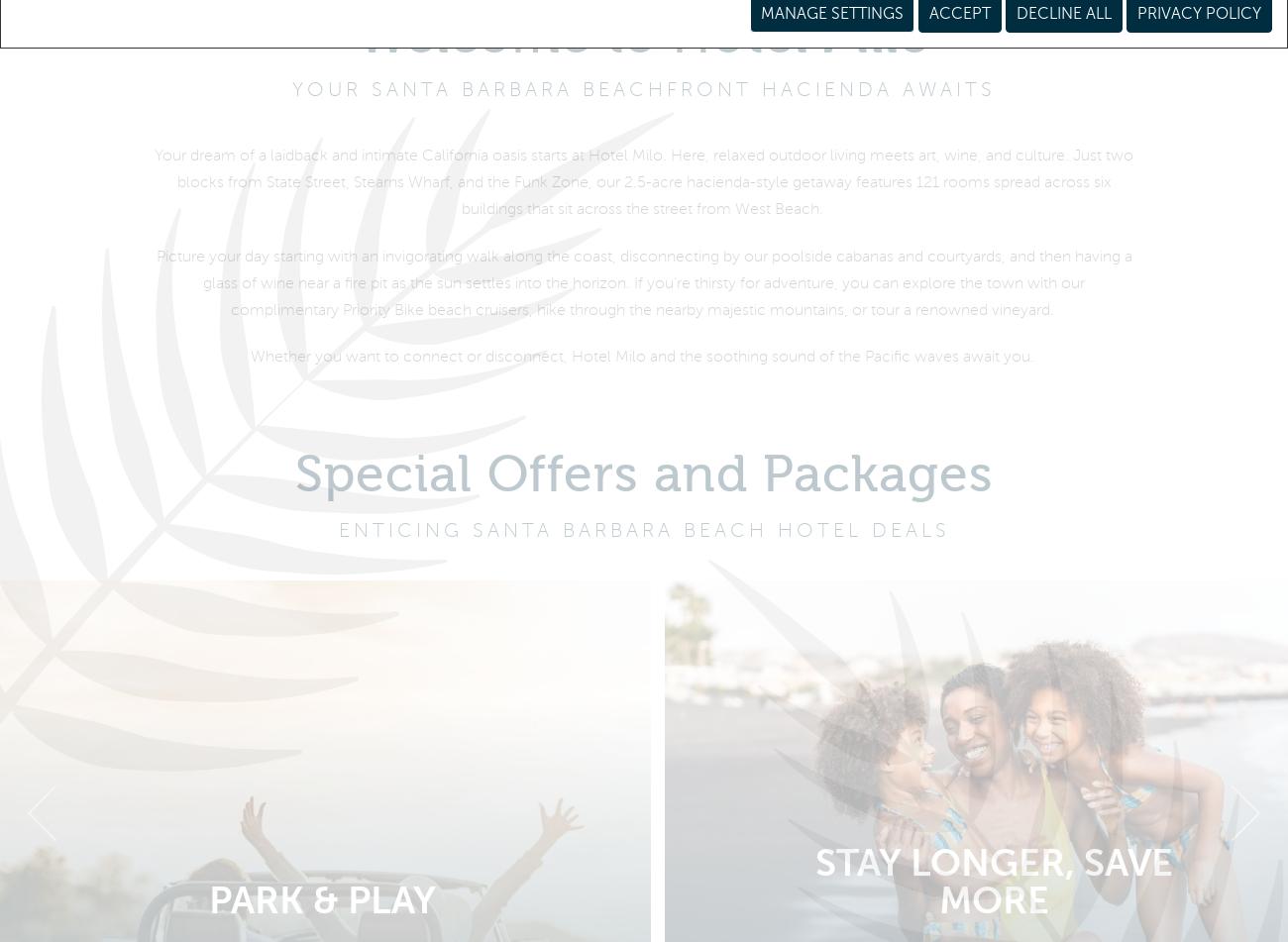 The image size is (1288, 942). What do you see at coordinates (207, 911) in the screenshot?
I see `'Park & Play'` at bounding box center [207, 911].